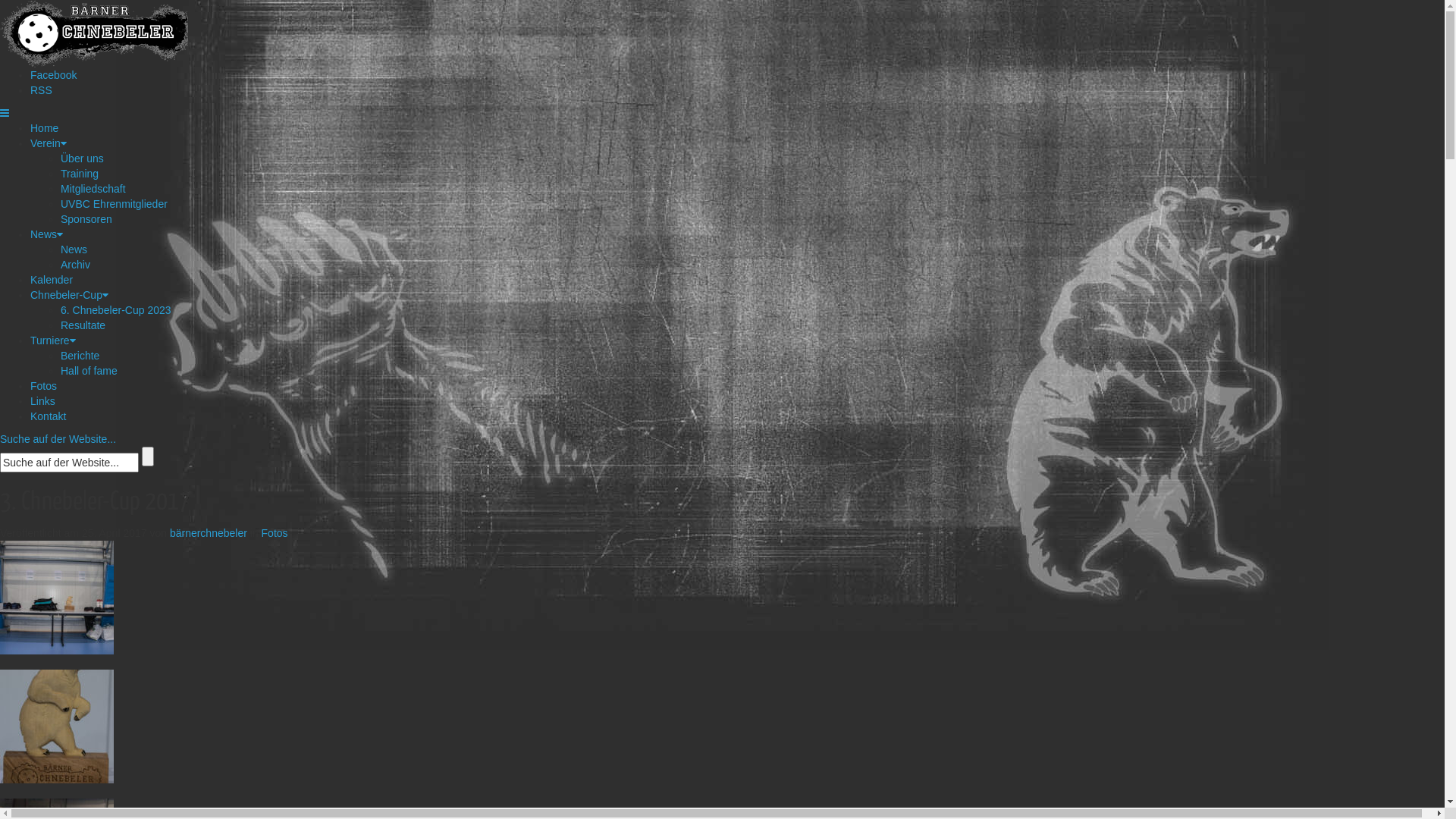  What do you see at coordinates (58, 438) in the screenshot?
I see `'Suche auf der Website...'` at bounding box center [58, 438].